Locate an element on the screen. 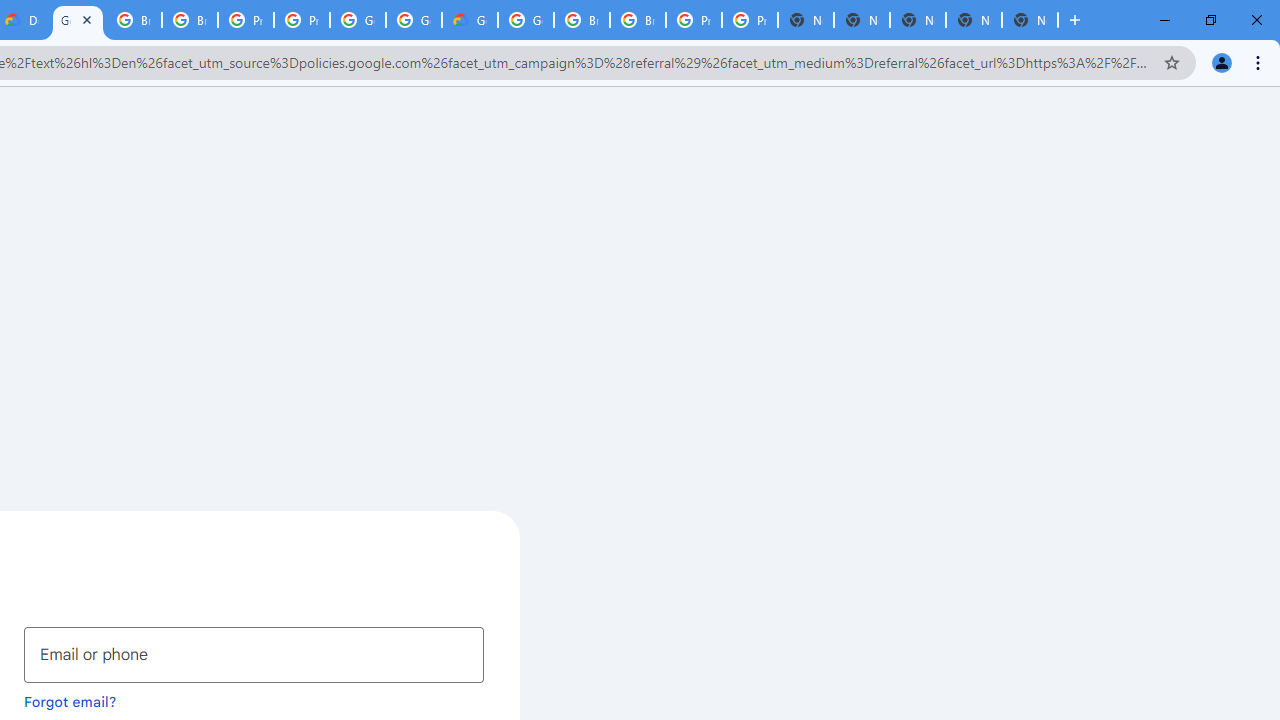 The width and height of the screenshot is (1280, 720). 'Google Cloud Platform' is located at coordinates (526, 20).